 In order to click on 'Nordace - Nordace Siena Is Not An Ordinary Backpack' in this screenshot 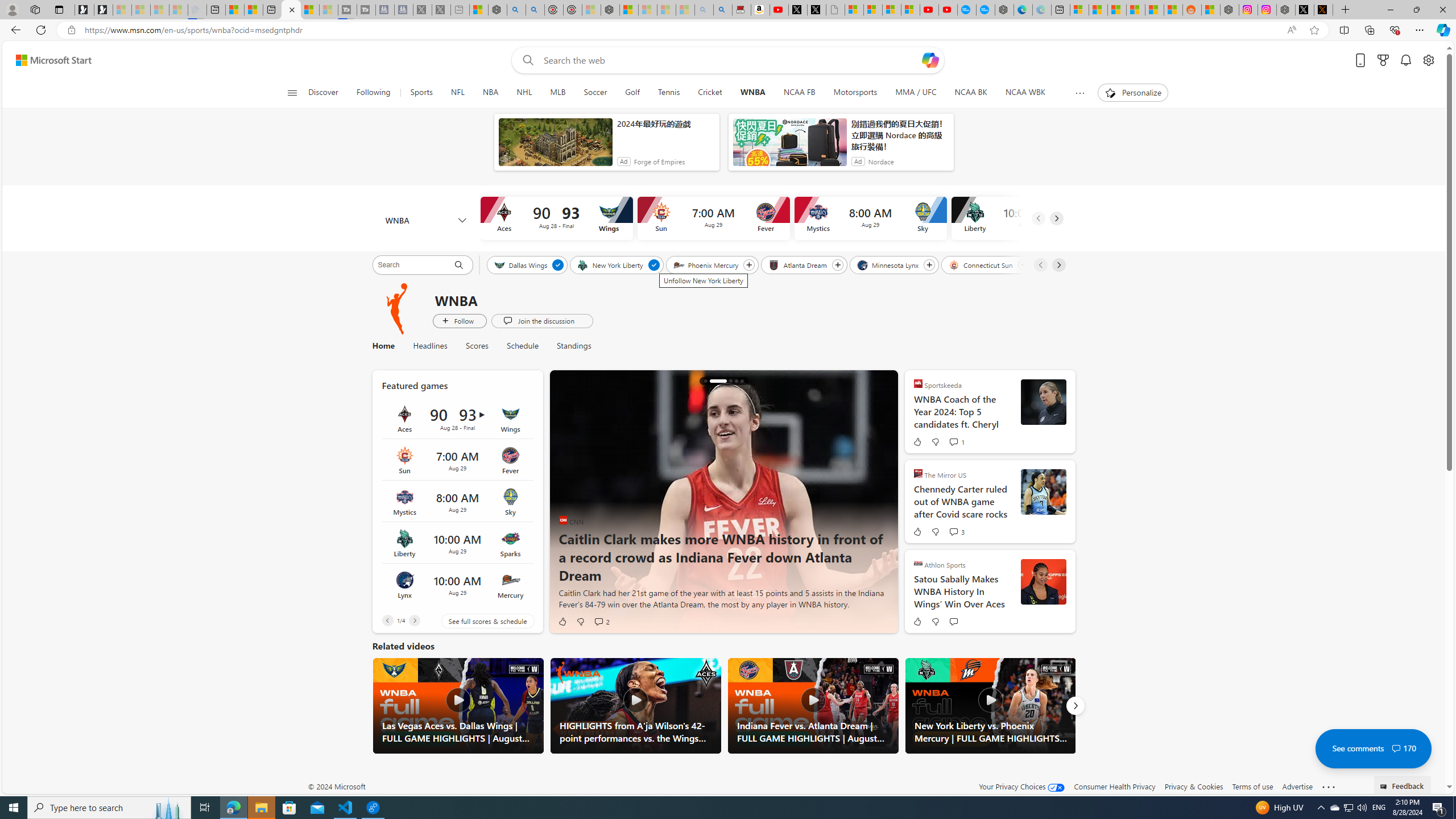, I will do `click(610, 9)`.